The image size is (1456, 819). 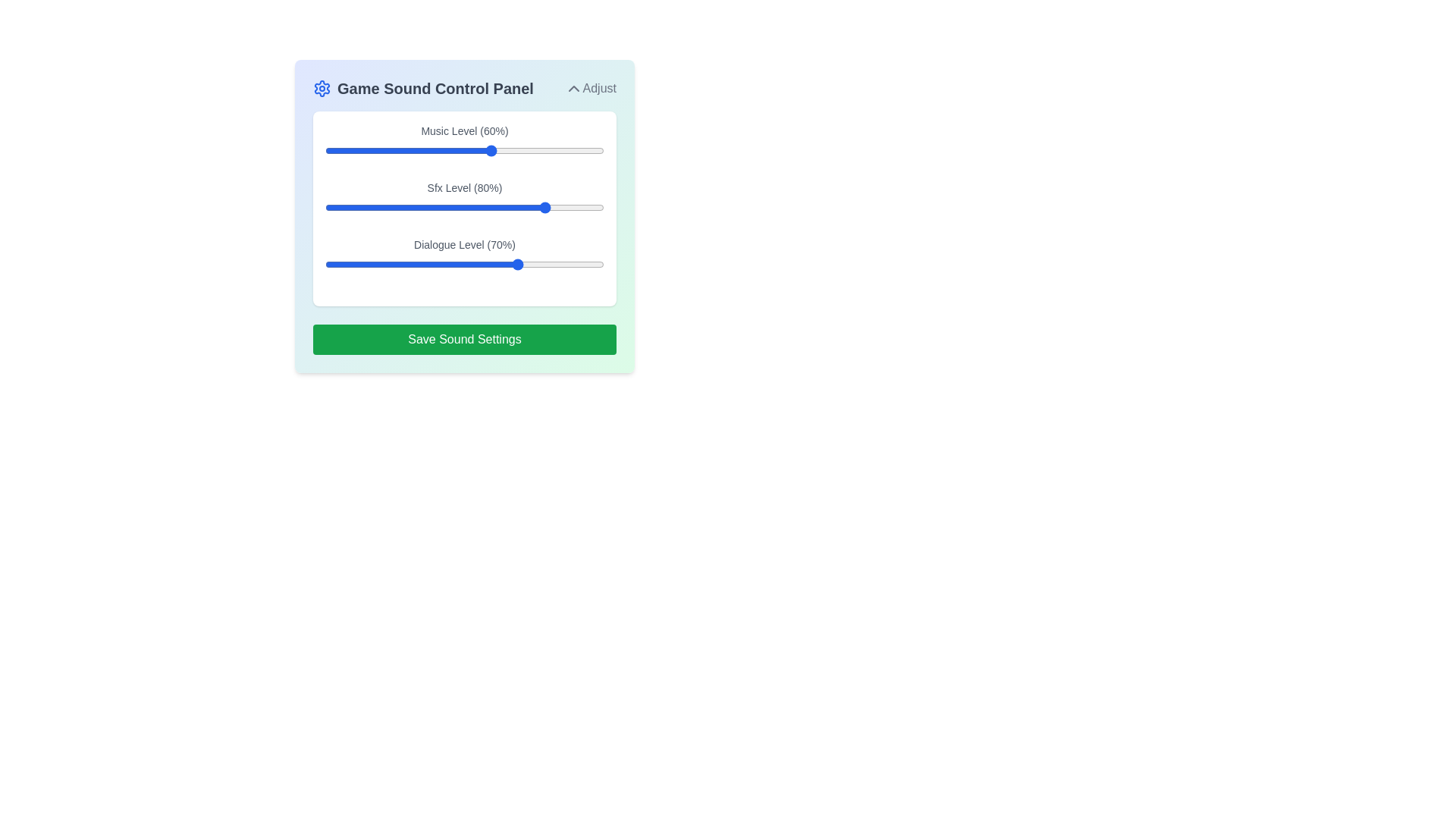 I want to click on the 'Save Sound Settings' button, so click(x=464, y=338).